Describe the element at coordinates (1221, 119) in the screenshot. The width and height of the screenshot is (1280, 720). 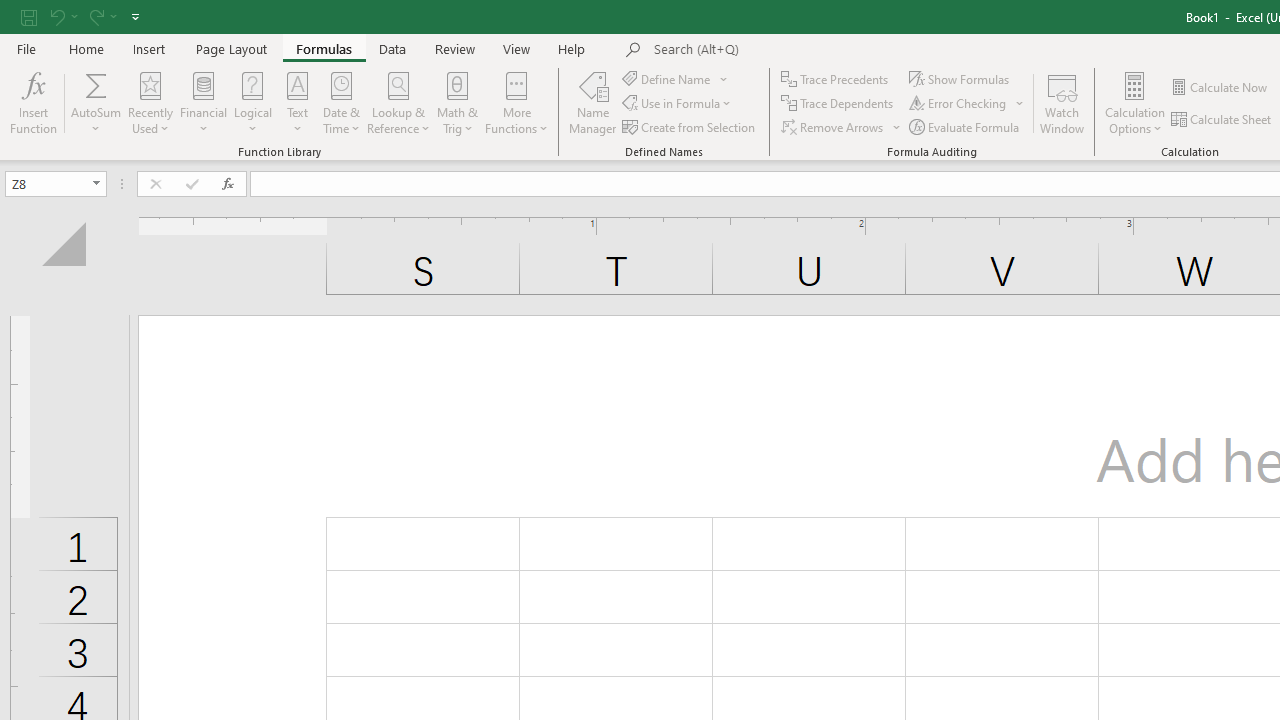
I see `'Calculate Sheet'` at that location.